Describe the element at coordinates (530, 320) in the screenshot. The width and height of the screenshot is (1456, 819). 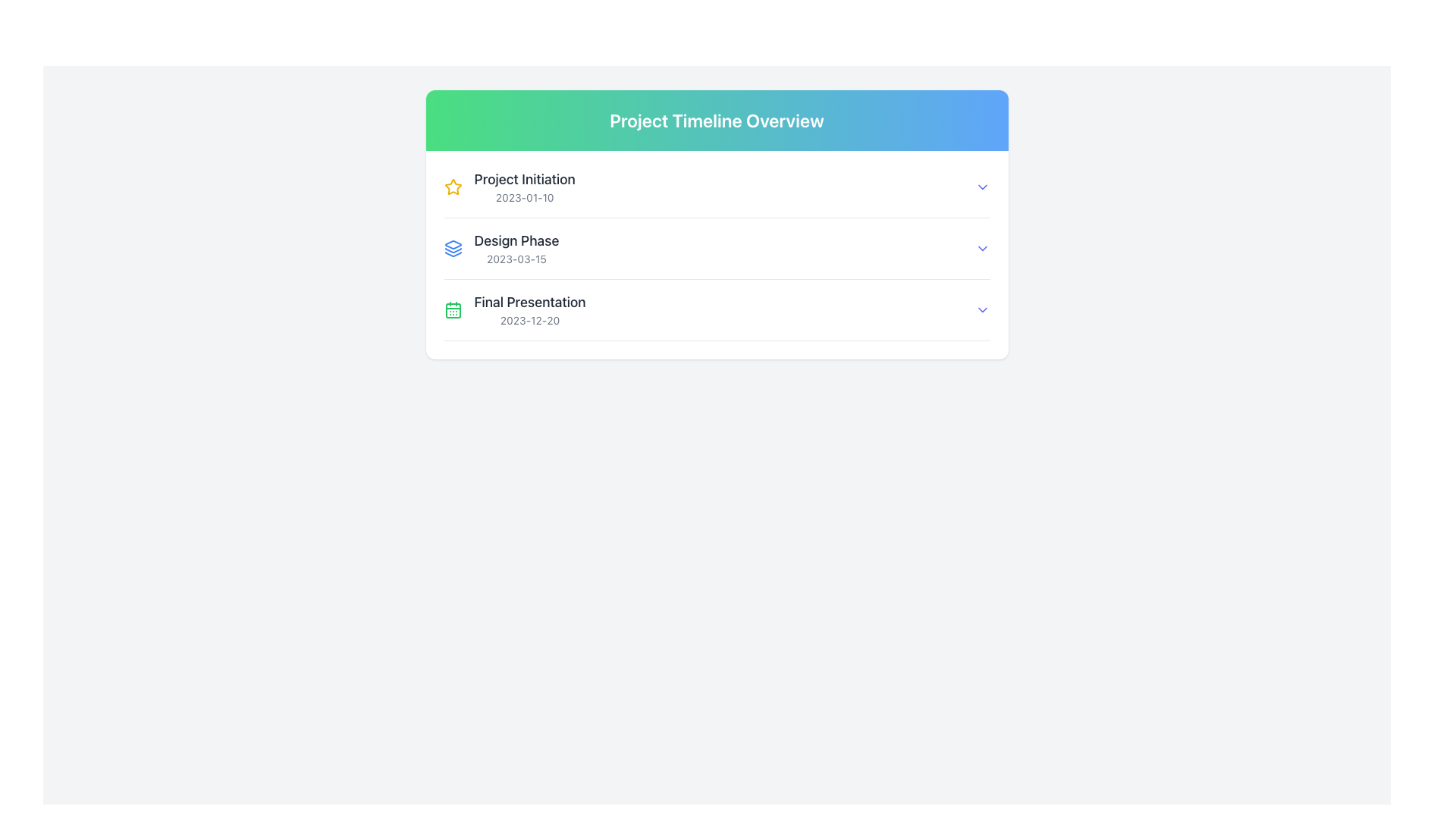
I see `the date text label formatted as '2023-12-20' located underneath 'Final Presentation' in the 'Project Timeline Overview' section, which is styled in a smaller gray font` at that location.